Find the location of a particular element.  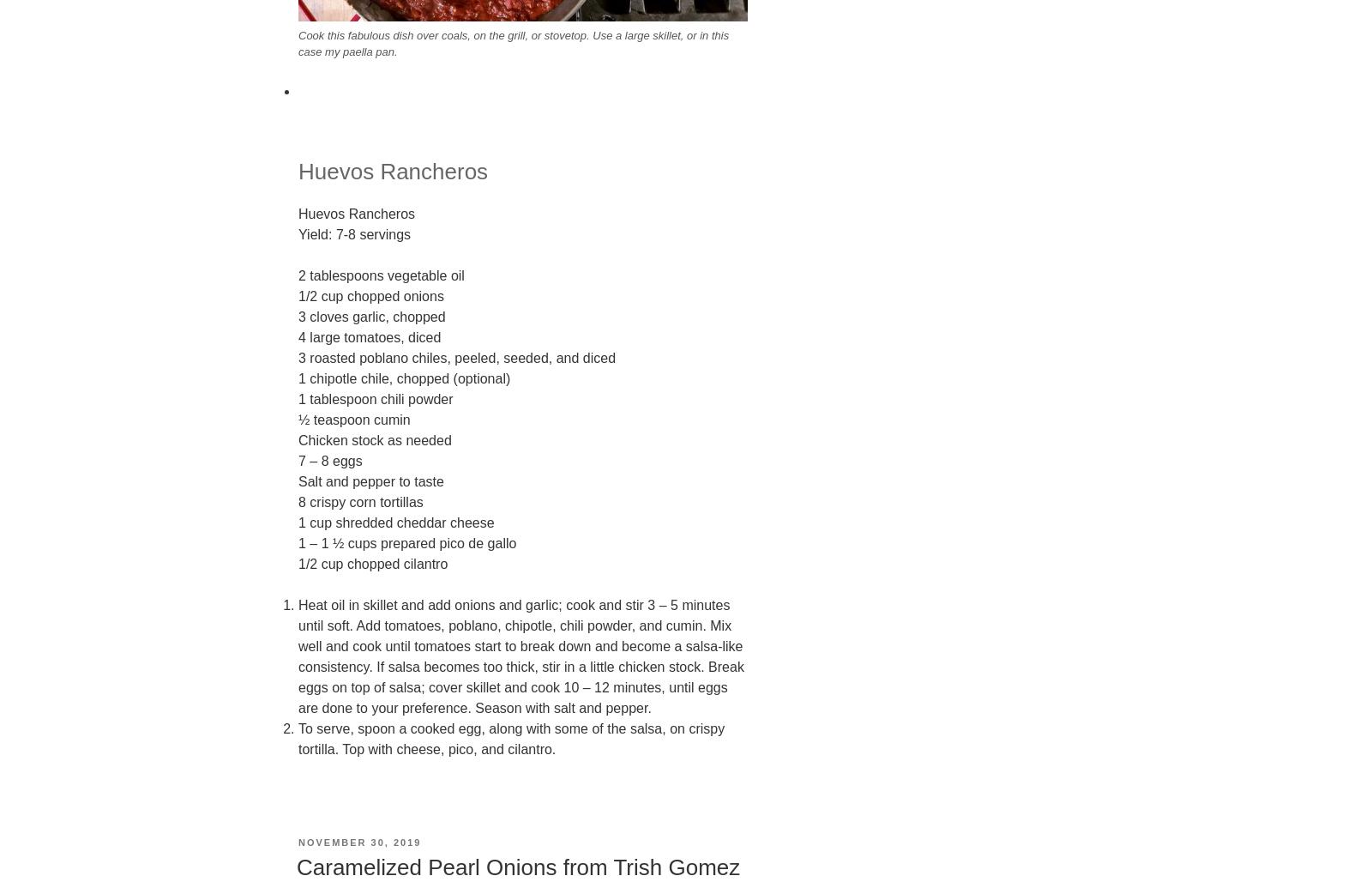

'3 cloves garlic, chopped' is located at coordinates (298, 315).